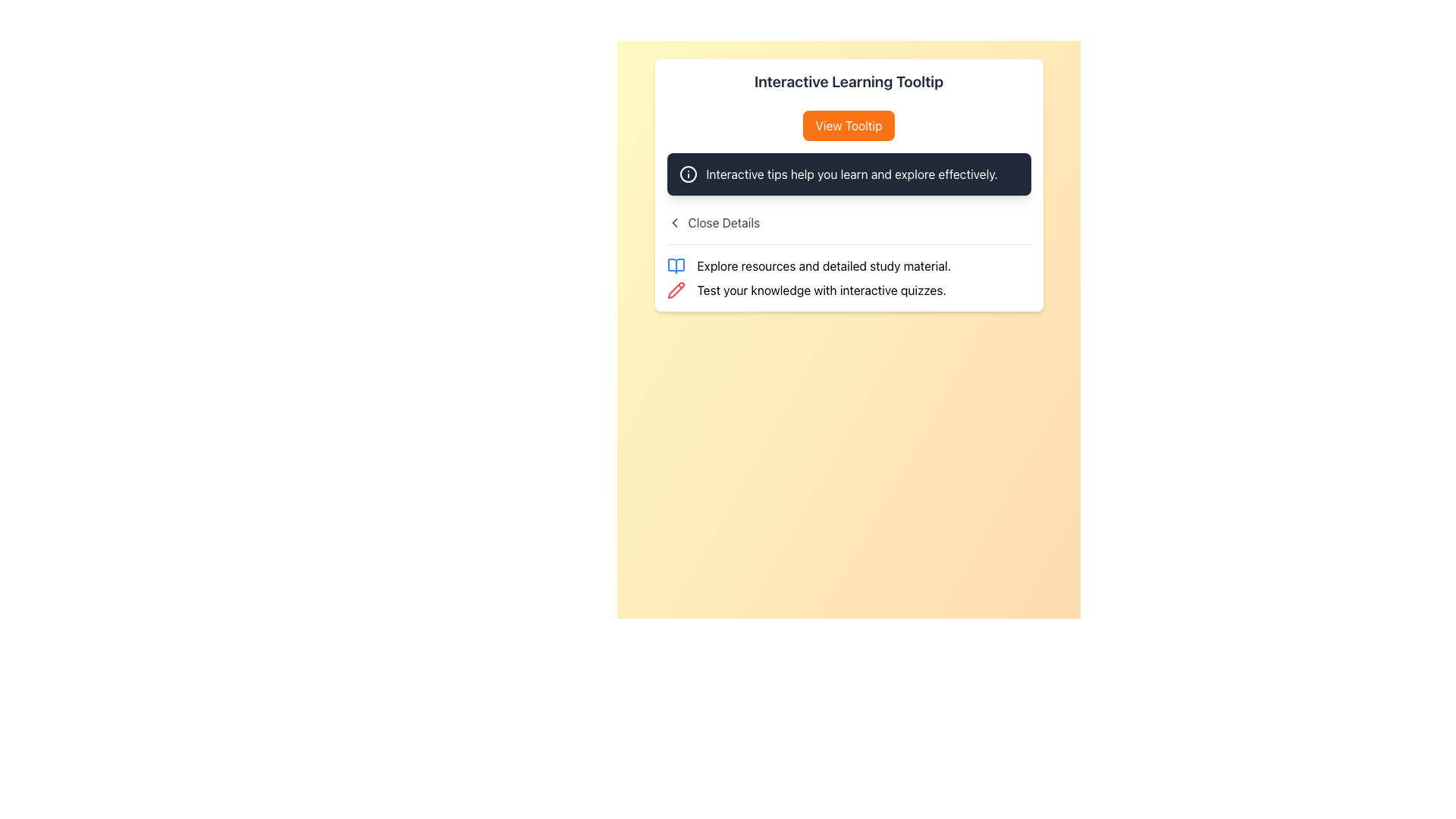 Image resolution: width=1456 pixels, height=819 pixels. I want to click on the information icon located within the tooltip dialog, positioned to the left of the text 'Interactive tips help you learn and explore effectively.', so click(687, 174).